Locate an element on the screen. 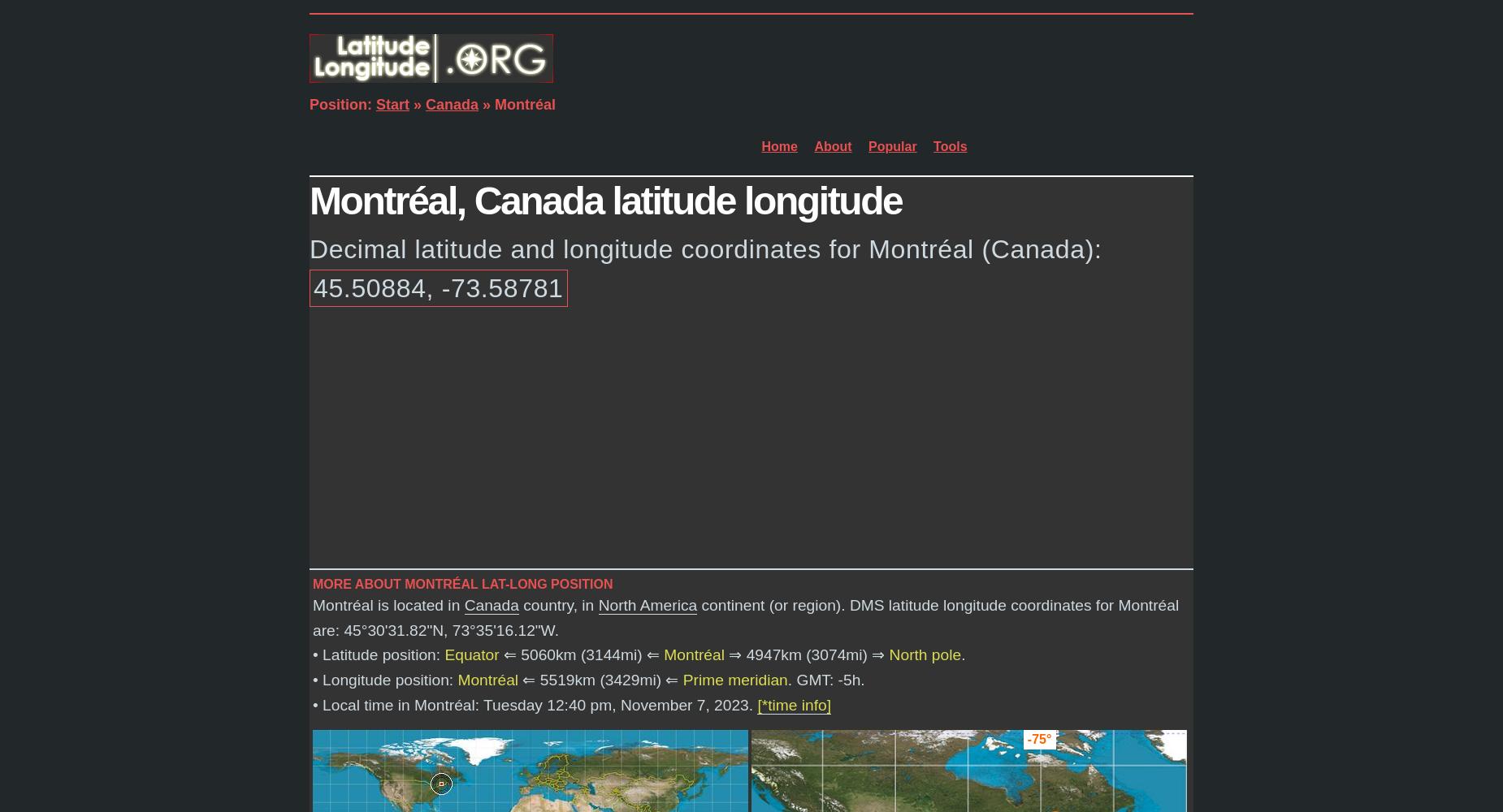 The width and height of the screenshot is (1503, 812). 'continent (or region). DMS latitude longitude coordinates for Montréal are:' is located at coordinates (745, 617).